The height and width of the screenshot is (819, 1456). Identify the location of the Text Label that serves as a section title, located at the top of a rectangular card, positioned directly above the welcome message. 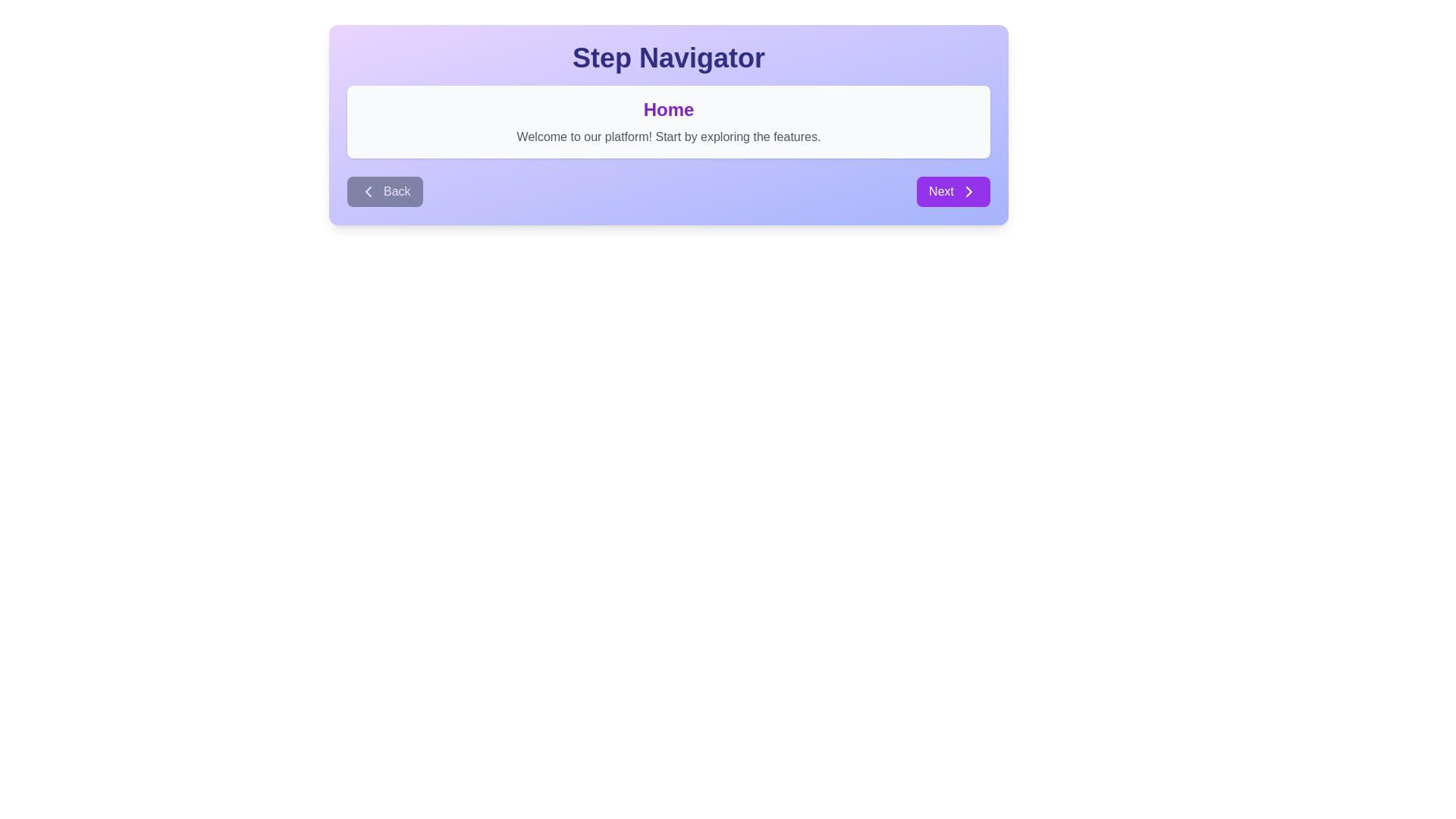
(668, 109).